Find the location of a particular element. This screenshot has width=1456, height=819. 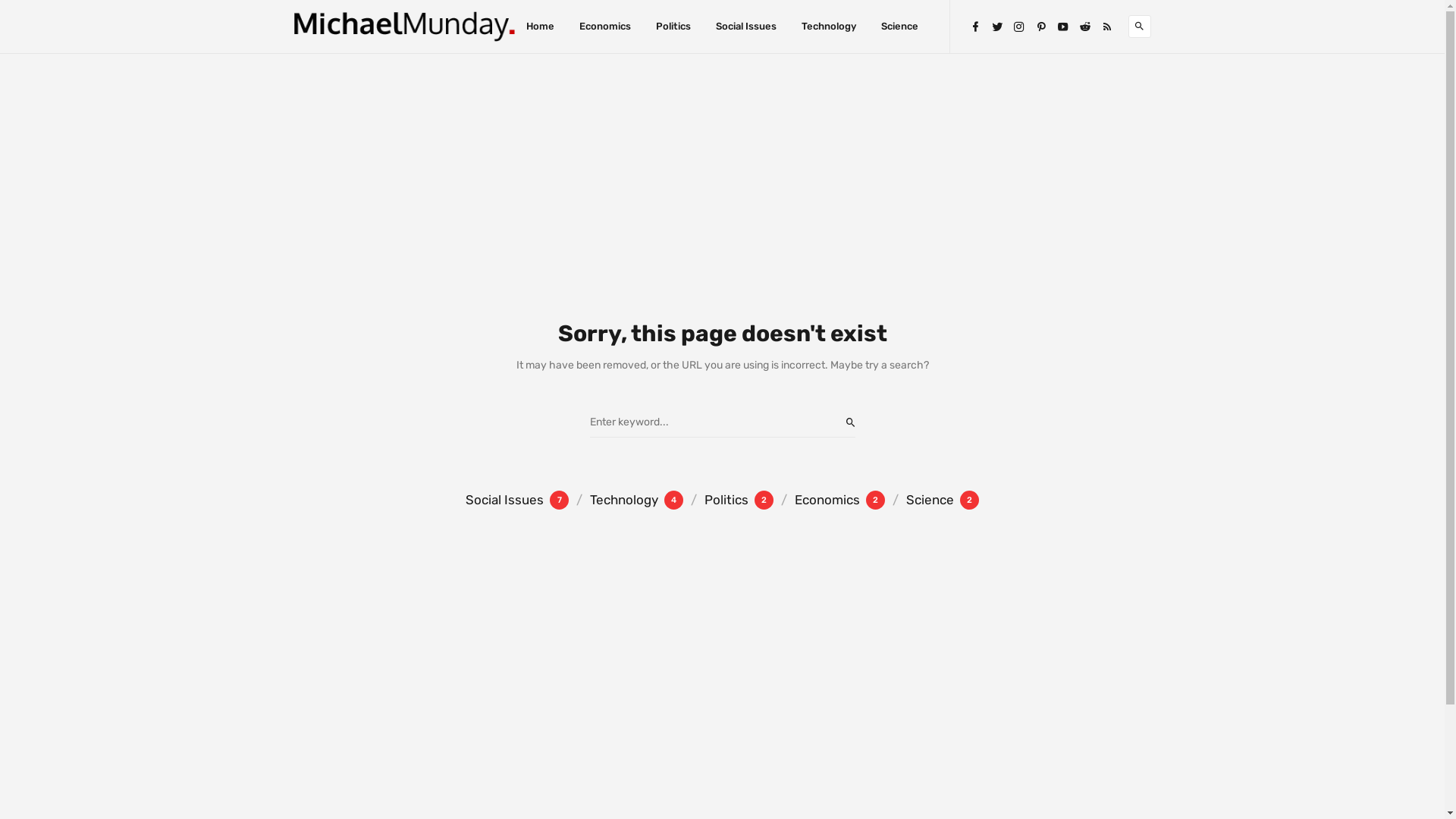

'Science is located at coordinates (930, 499).